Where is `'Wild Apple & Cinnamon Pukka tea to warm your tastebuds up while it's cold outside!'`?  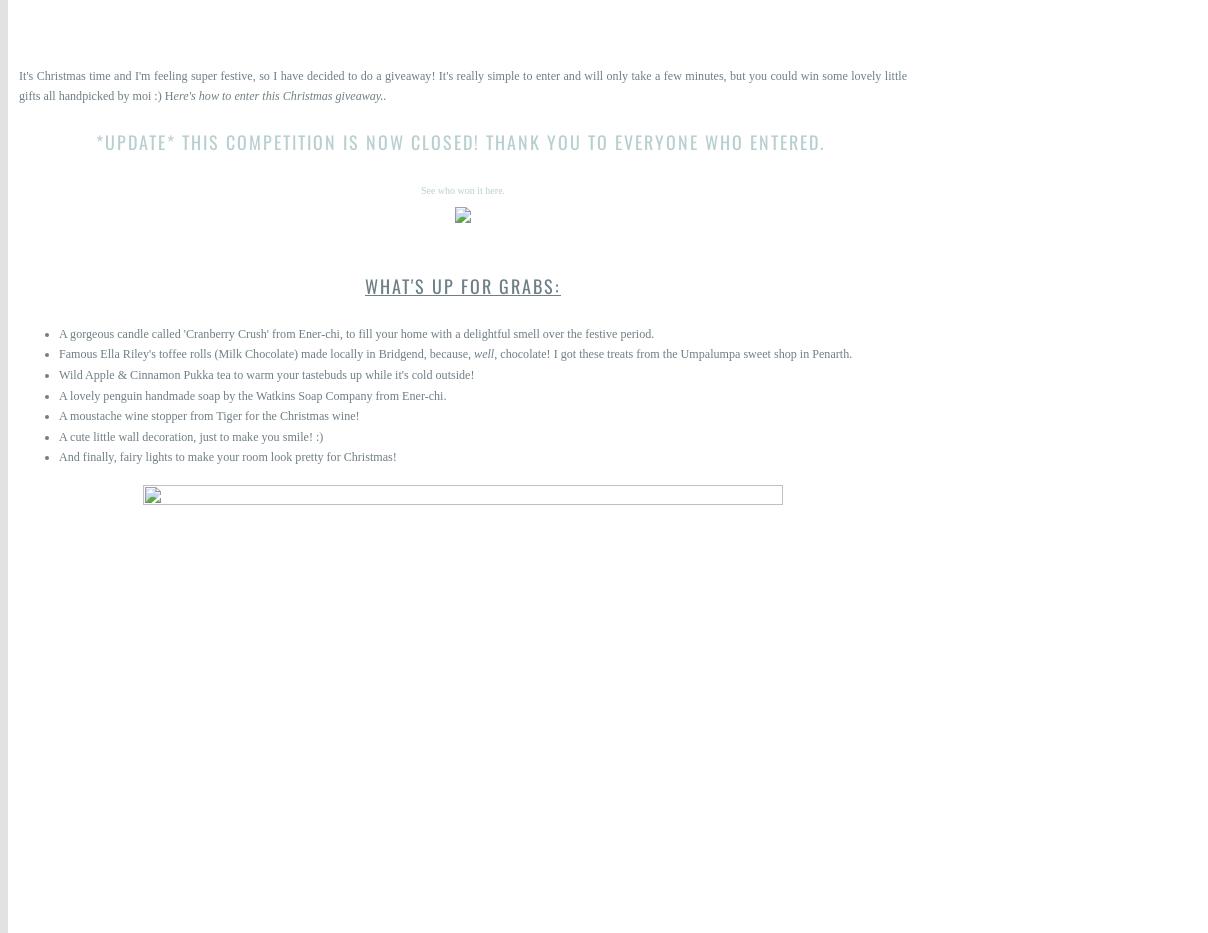 'Wild Apple & Cinnamon Pukka tea to warm your tastebuds up while it's cold outside!' is located at coordinates (266, 374).